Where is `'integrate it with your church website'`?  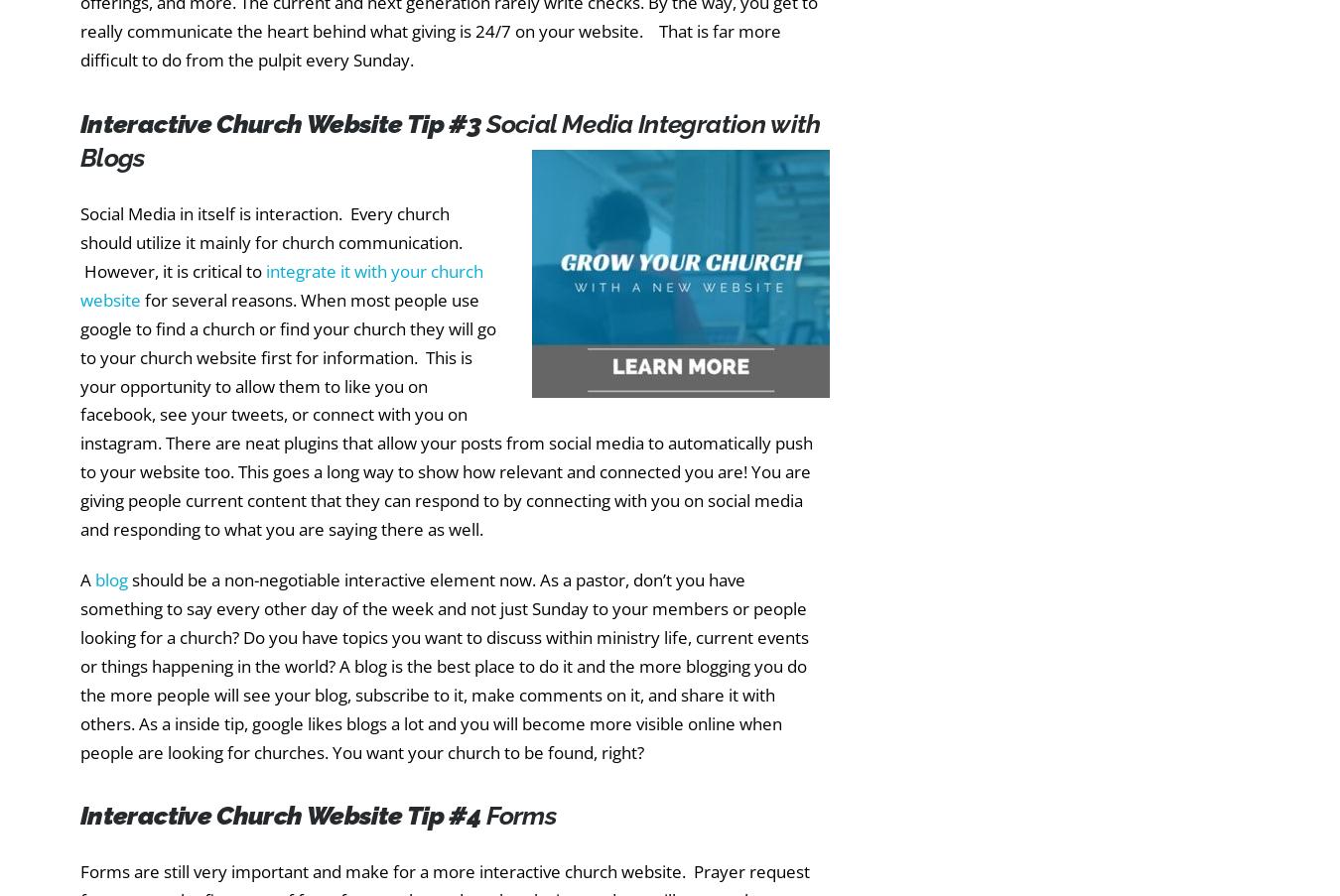
'integrate it with your church website' is located at coordinates (281, 284).